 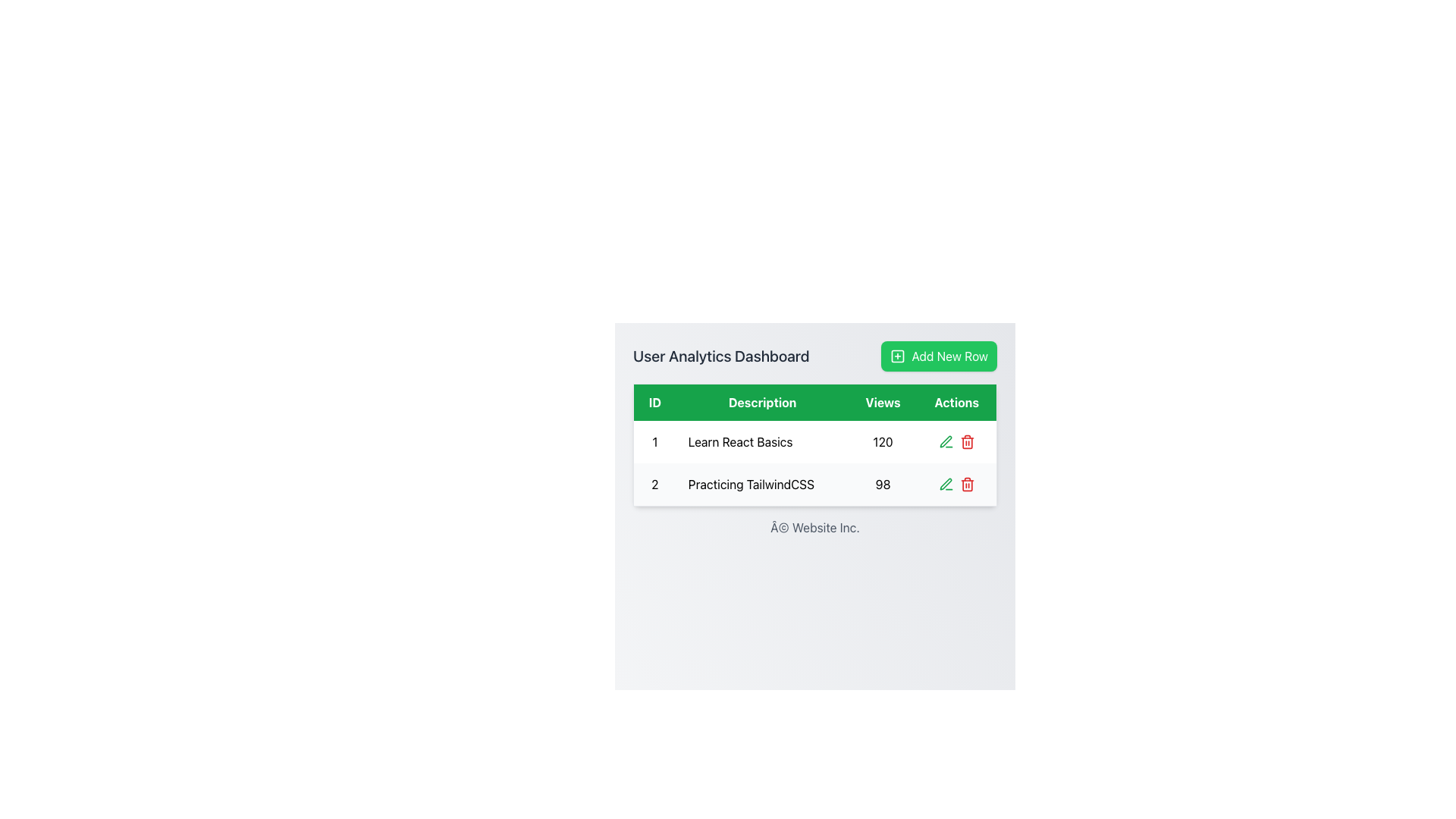 What do you see at coordinates (938, 356) in the screenshot?
I see `the rounded-green 'Add New Row' button located on the right side of the header section of the 'User Analytics Dashboard'` at bounding box center [938, 356].